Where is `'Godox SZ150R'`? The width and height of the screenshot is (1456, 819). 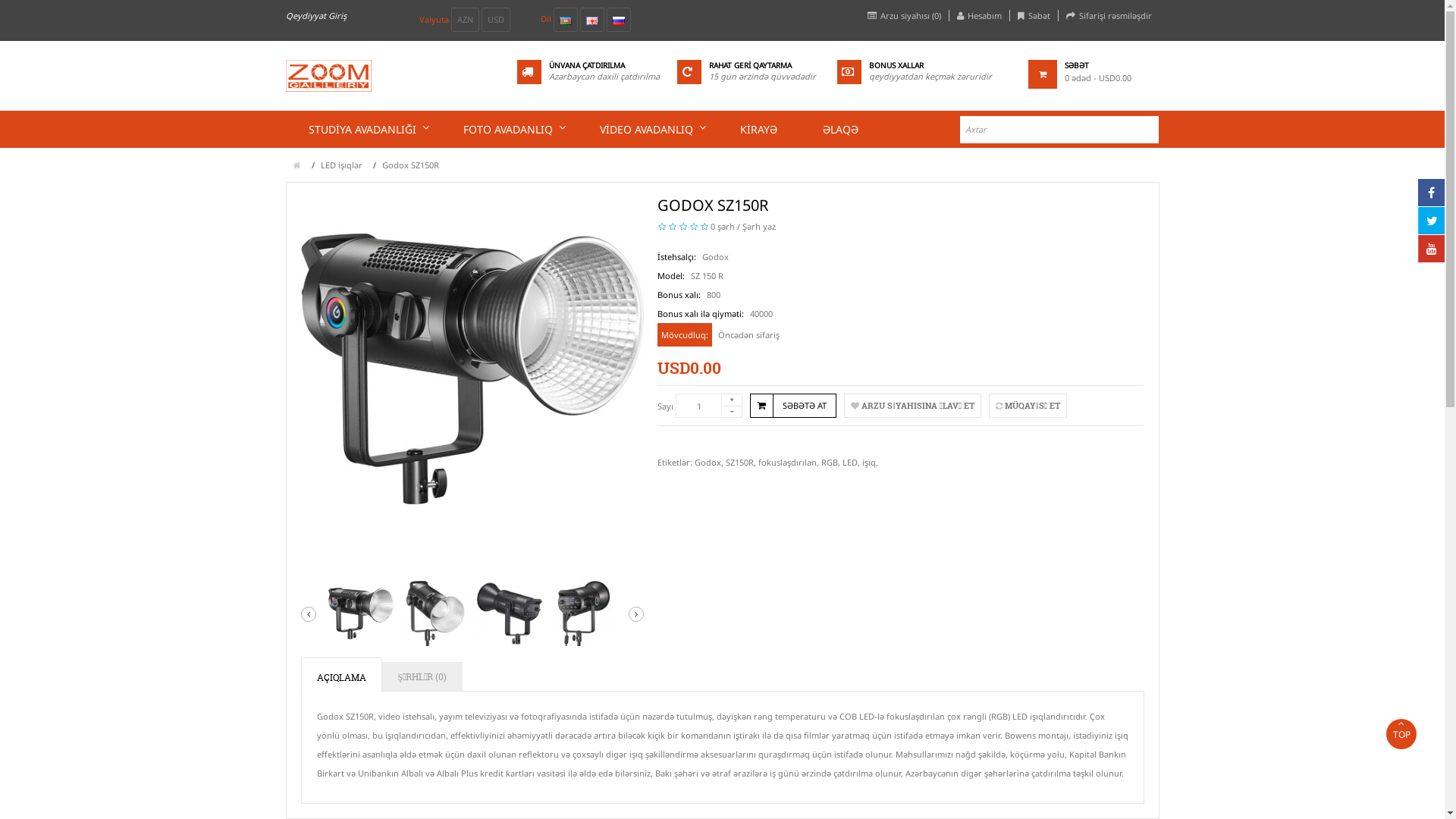 'Godox SZ150R' is located at coordinates (327, 613).